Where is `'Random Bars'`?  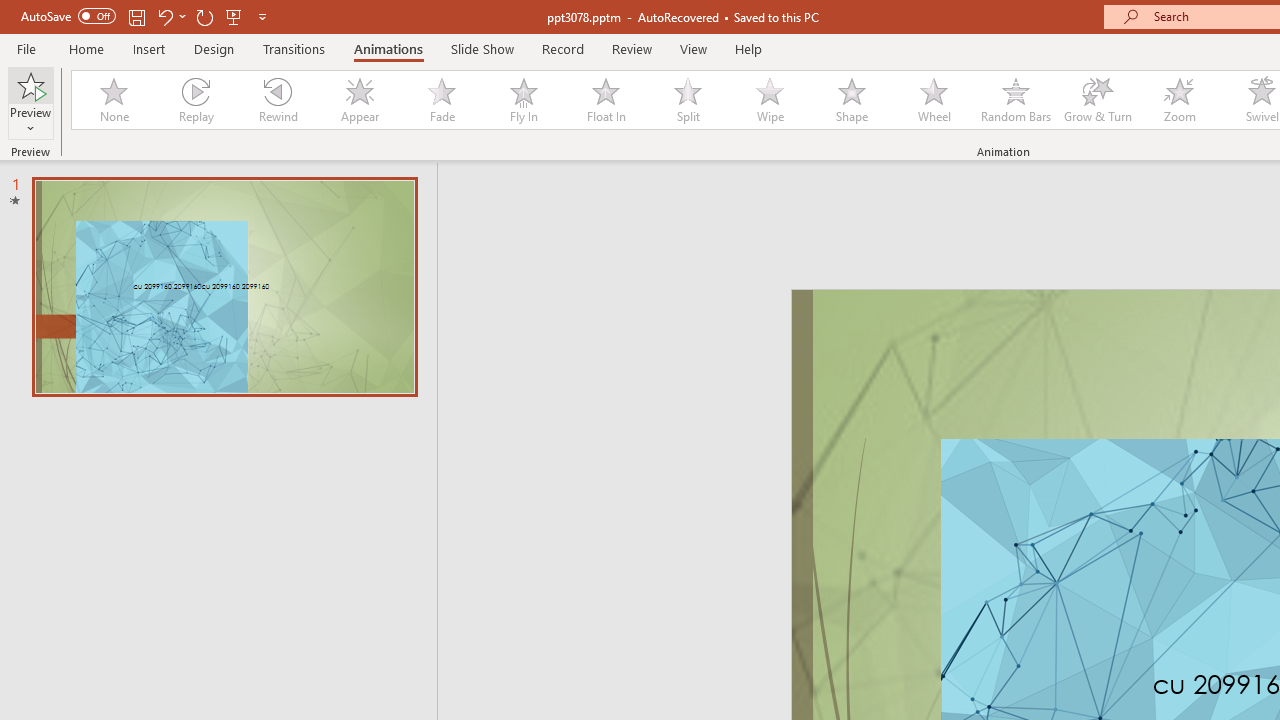
'Random Bars' is located at coordinates (1016, 100).